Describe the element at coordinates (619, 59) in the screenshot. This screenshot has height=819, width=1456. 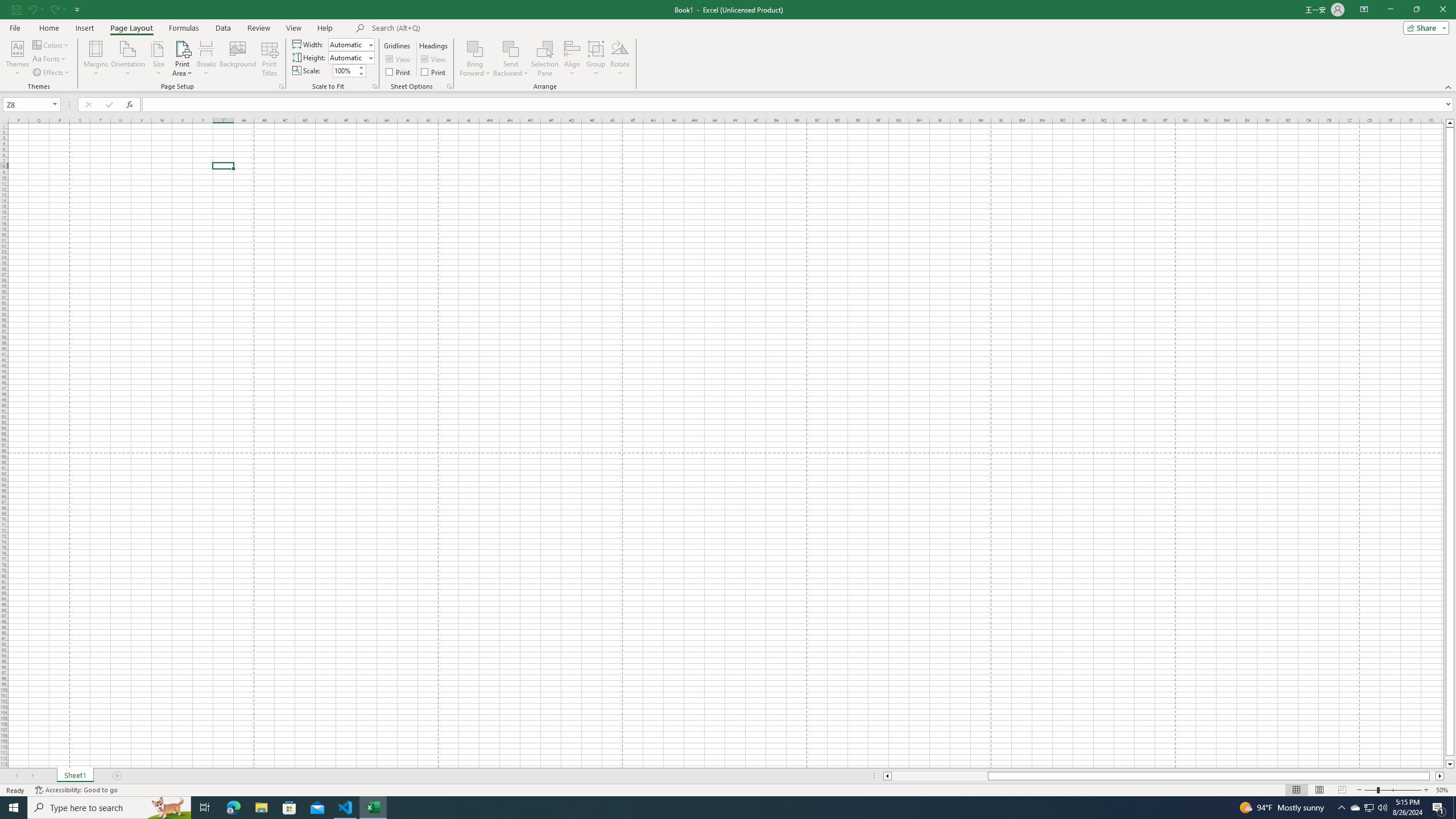
I see `'Rotate'` at that location.